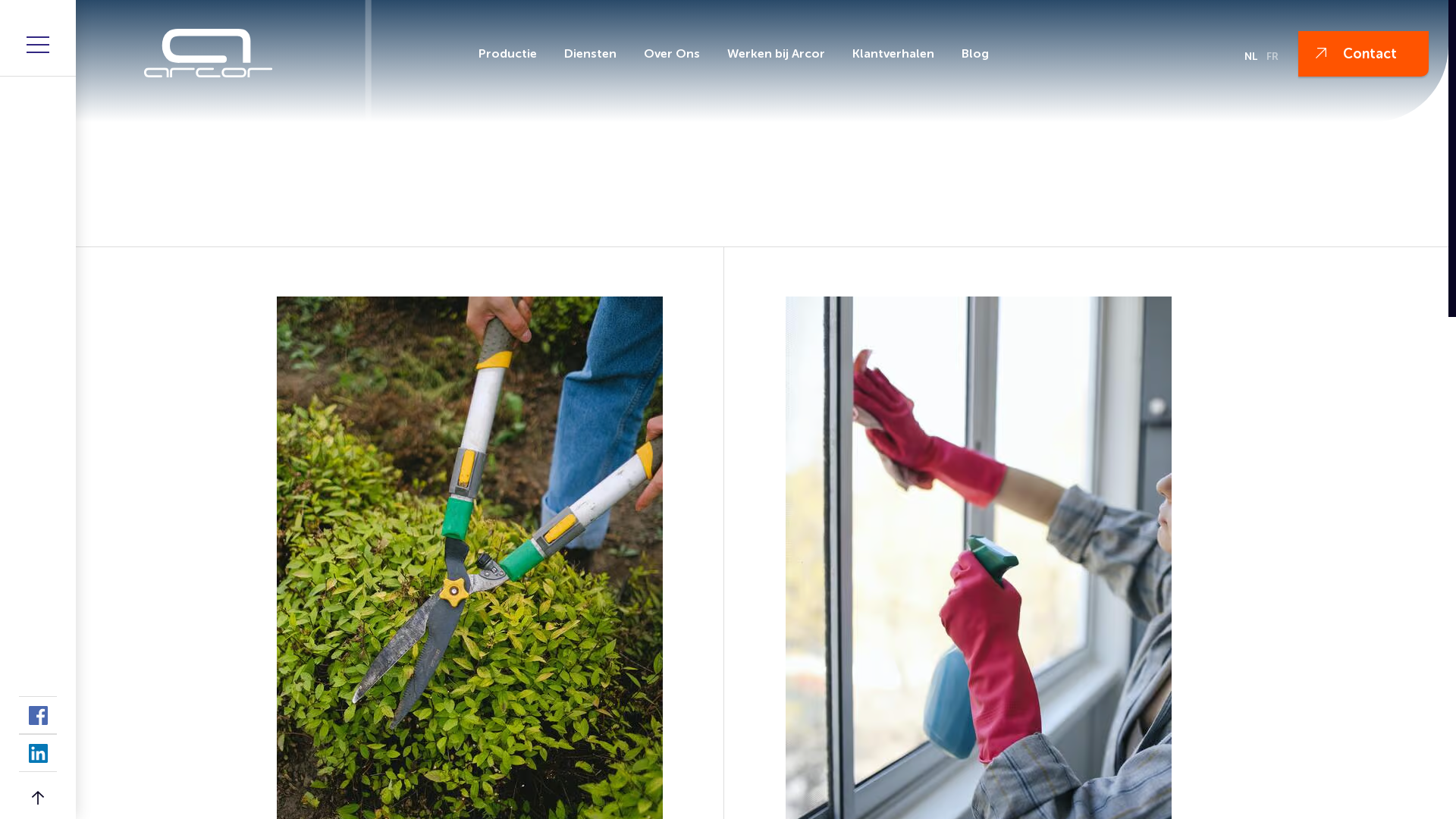  What do you see at coordinates (1272, 55) in the screenshot?
I see `'FR'` at bounding box center [1272, 55].